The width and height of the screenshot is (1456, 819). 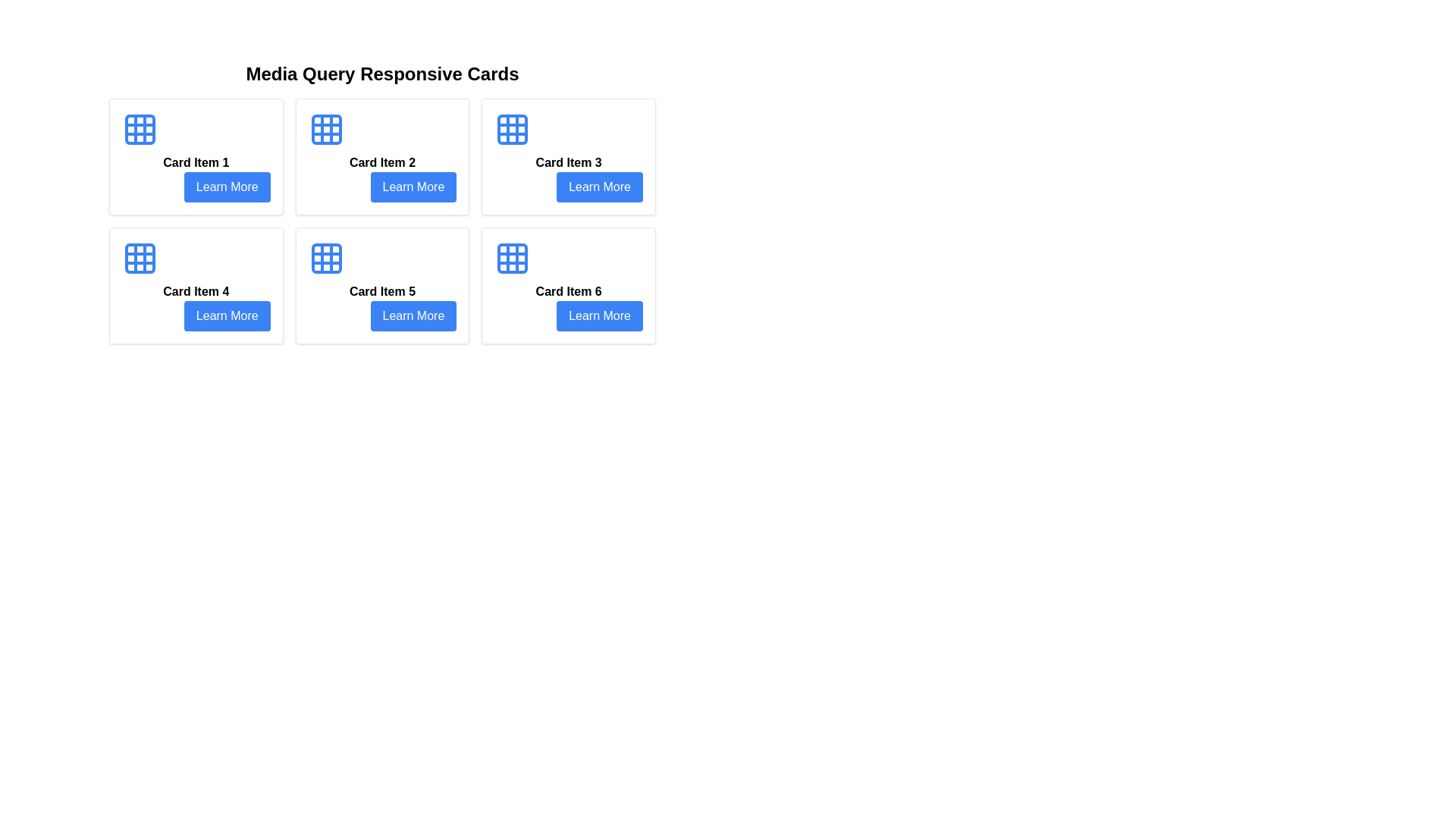 What do you see at coordinates (513, 128) in the screenshot?
I see `the decorative icon located at the top-left segment of 'Card Item 3', which visually represents a grid view or category association` at bounding box center [513, 128].